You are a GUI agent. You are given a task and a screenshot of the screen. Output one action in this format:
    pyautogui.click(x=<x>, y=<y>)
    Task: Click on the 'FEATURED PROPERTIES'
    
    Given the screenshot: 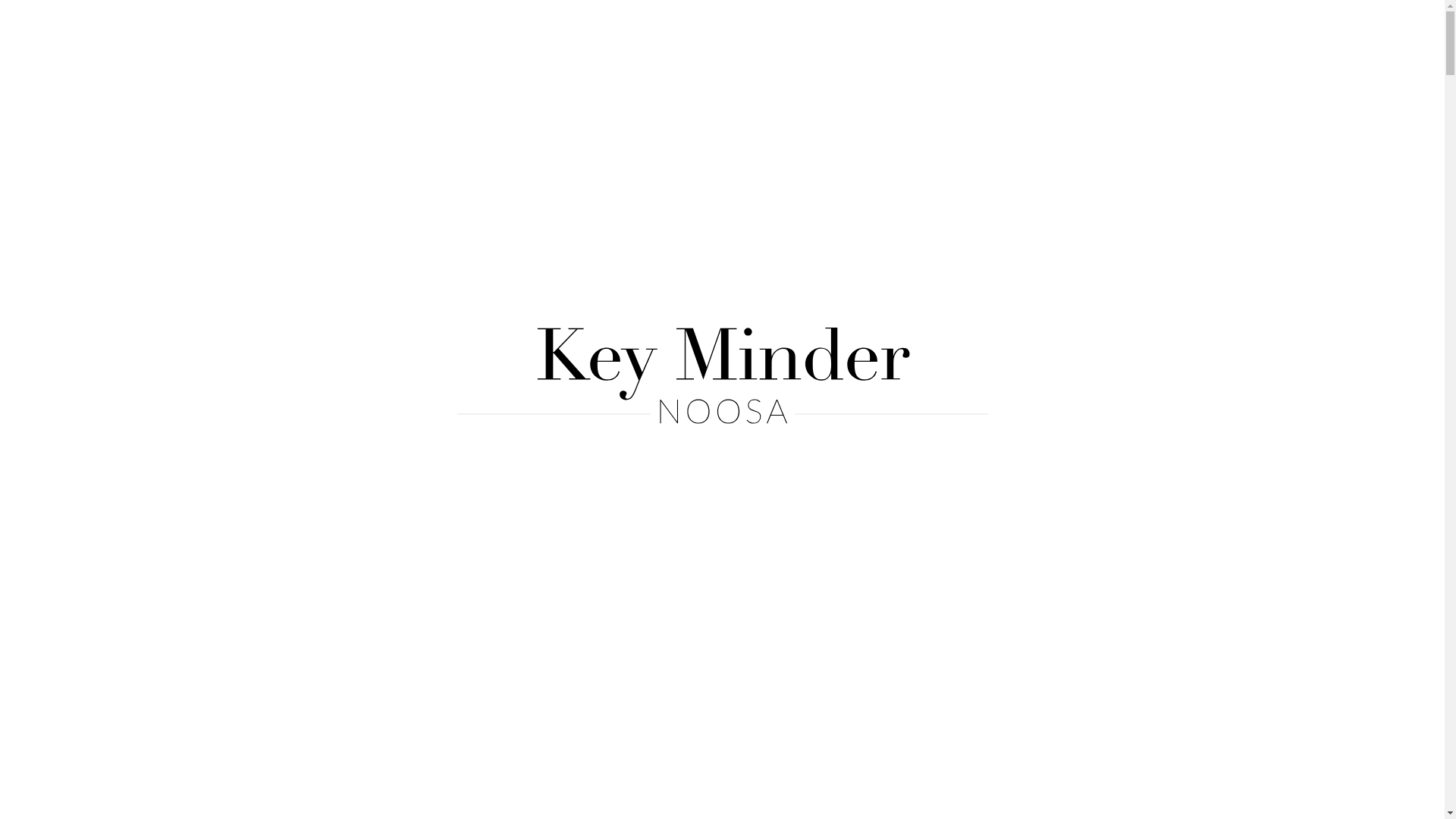 What is the action you would take?
    pyautogui.click(x=777, y=27)
    